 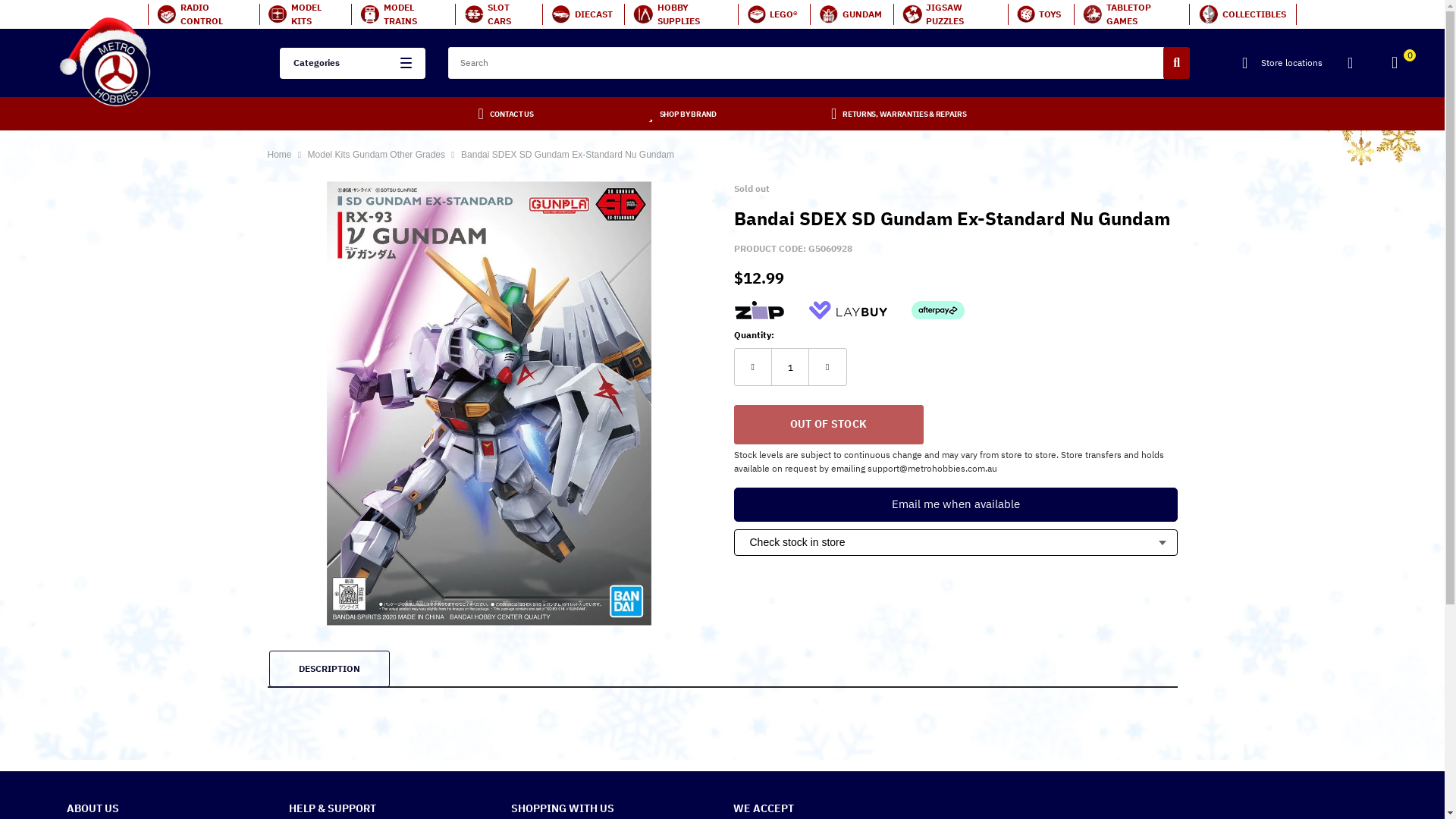 I want to click on 'Check stock in store', so click(x=955, y=541).